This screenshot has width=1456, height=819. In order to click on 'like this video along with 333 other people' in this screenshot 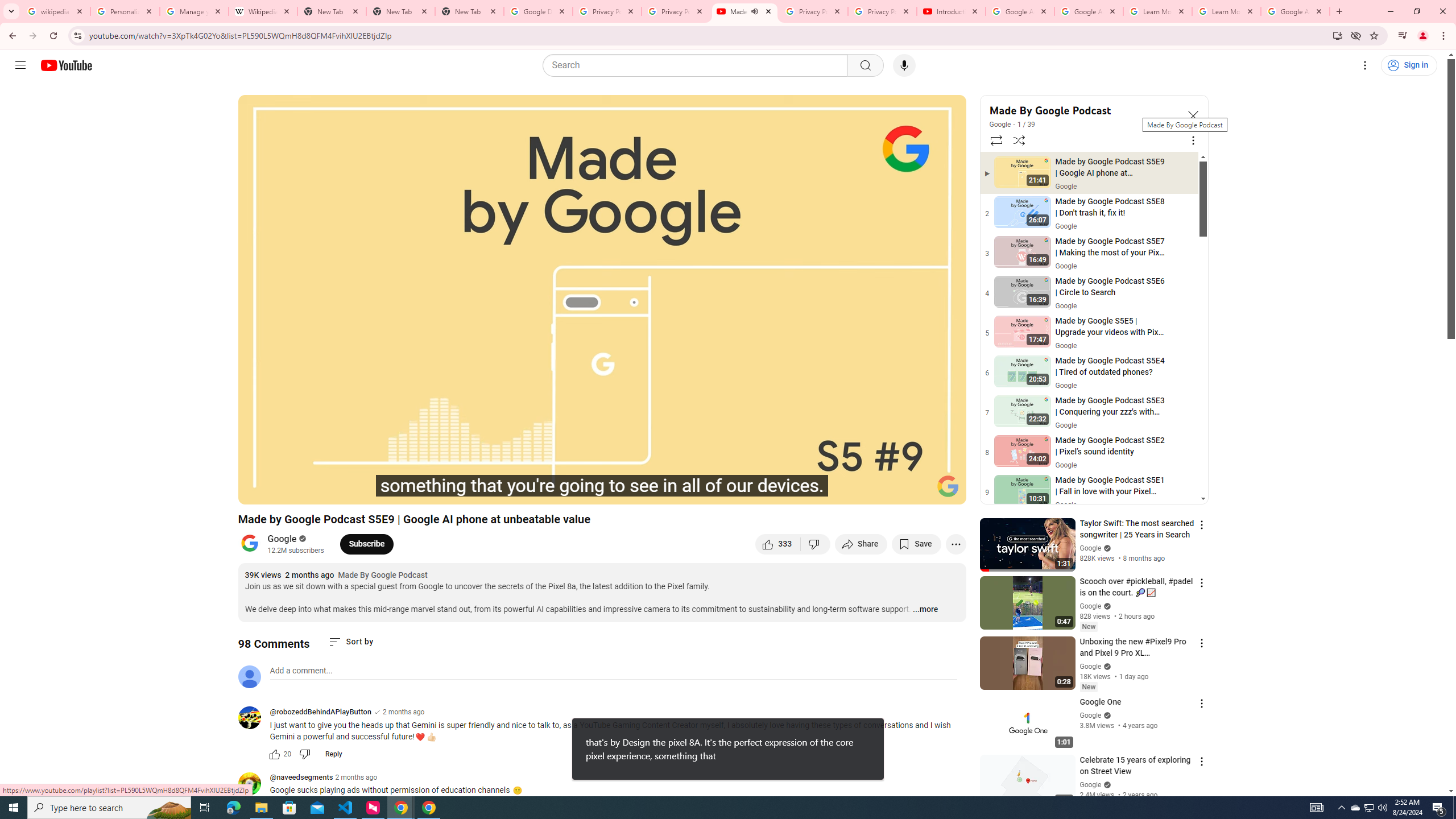, I will do `click(777, 543)`.